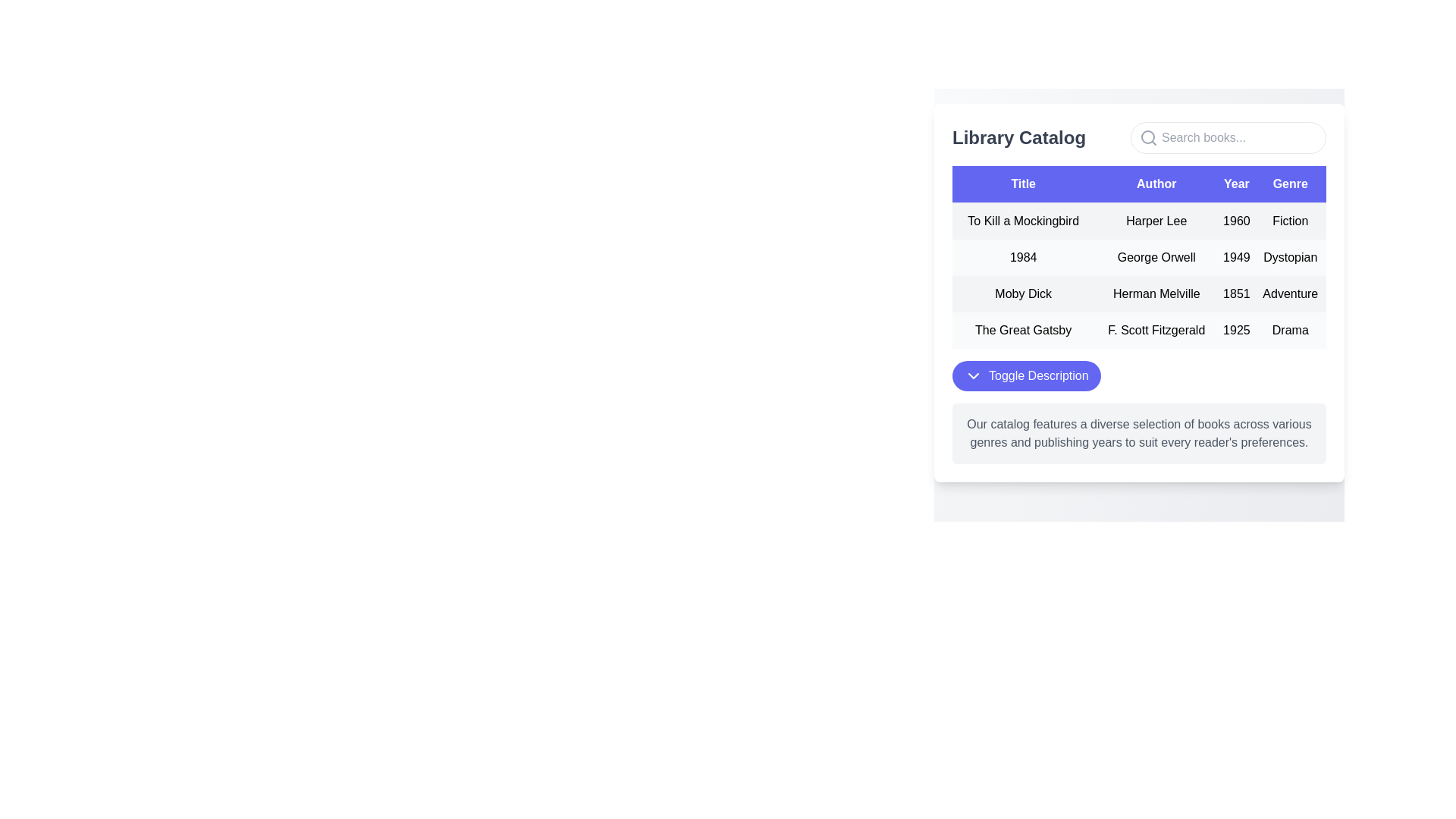 The image size is (1456, 819). I want to click on the small downward-pointing chevron arrow icon located to the left of the 'Toggle Description' text within the blue button at the bottom of the 'Library Catalog' panel, so click(973, 375).